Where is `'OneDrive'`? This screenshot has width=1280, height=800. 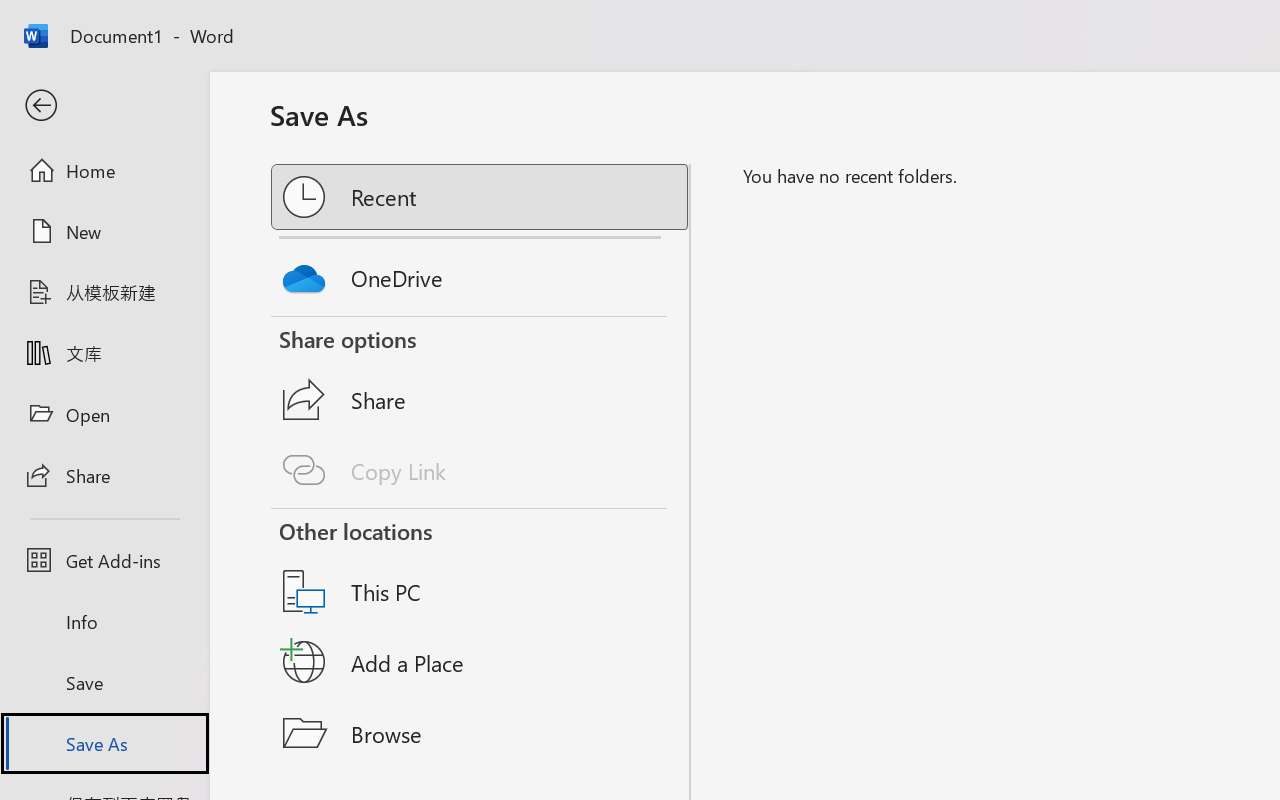
'OneDrive' is located at coordinates (481, 273).